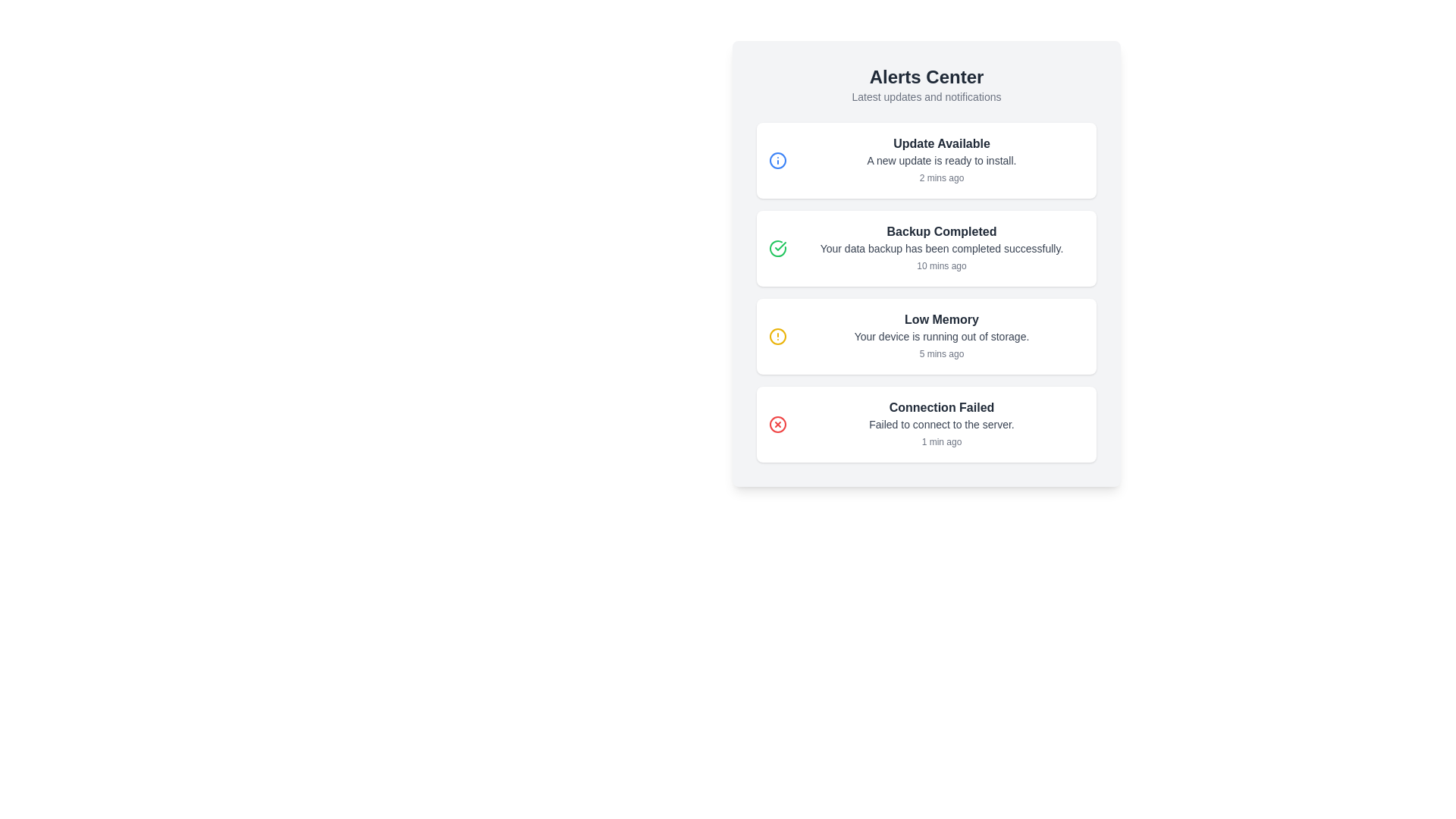  I want to click on detailed information provided in the text description located within the fourth notification card, below the heading 'Connection Failed' and above the timestamp '1 min ago', so click(941, 424).